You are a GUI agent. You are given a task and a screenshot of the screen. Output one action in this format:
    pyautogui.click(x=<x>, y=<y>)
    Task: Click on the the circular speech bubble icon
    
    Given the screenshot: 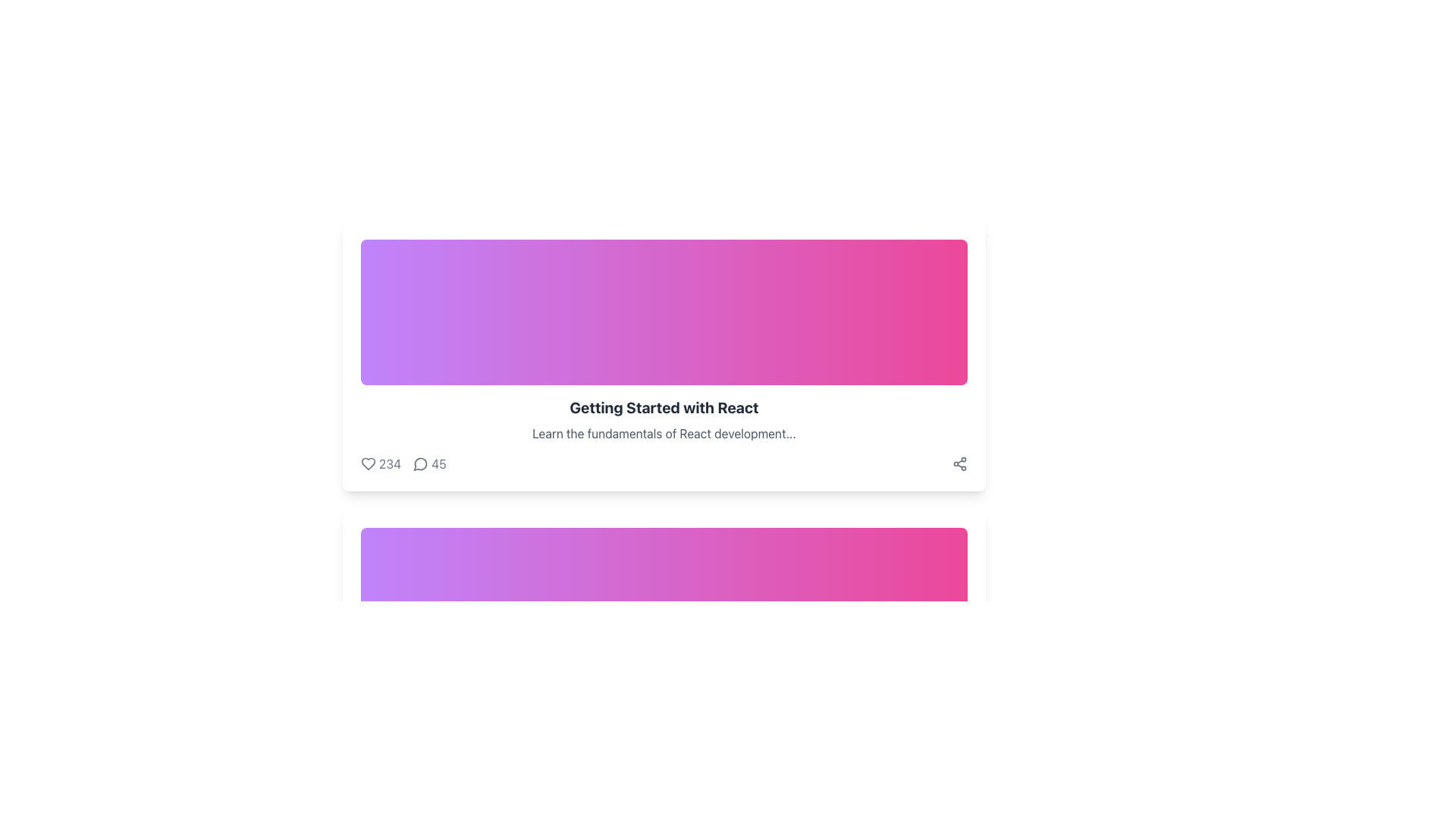 What is the action you would take?
    pyautogui.click(x=421, y=463)
    